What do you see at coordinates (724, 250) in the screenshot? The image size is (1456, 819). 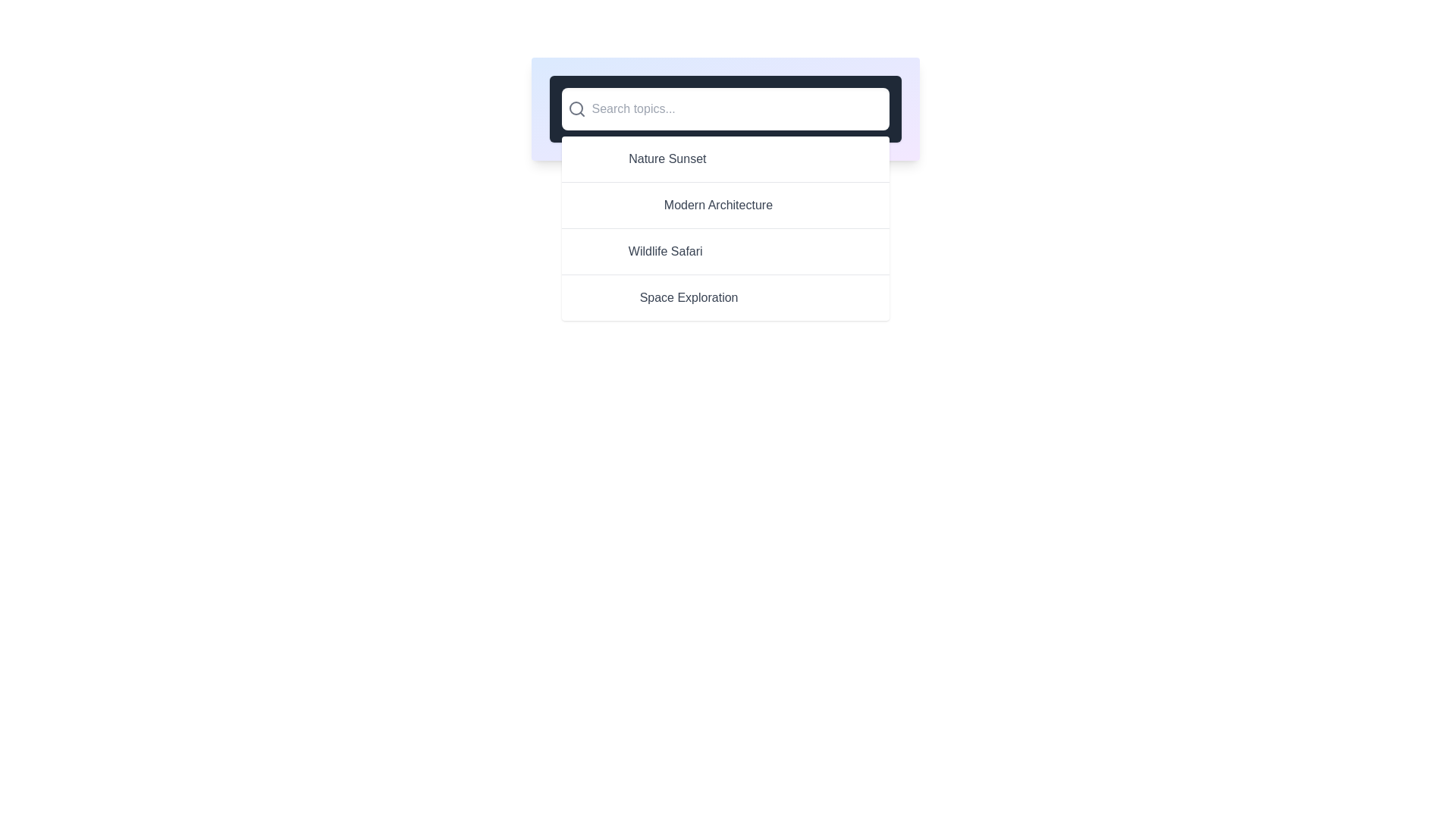 I see `the third list item labeled 'Wildlife Safari' to trigger the hover effect, which is positioned between 'Modern Architecture' and 'Space Exploration' beneath the search bar` at bounding box center [724, 250].